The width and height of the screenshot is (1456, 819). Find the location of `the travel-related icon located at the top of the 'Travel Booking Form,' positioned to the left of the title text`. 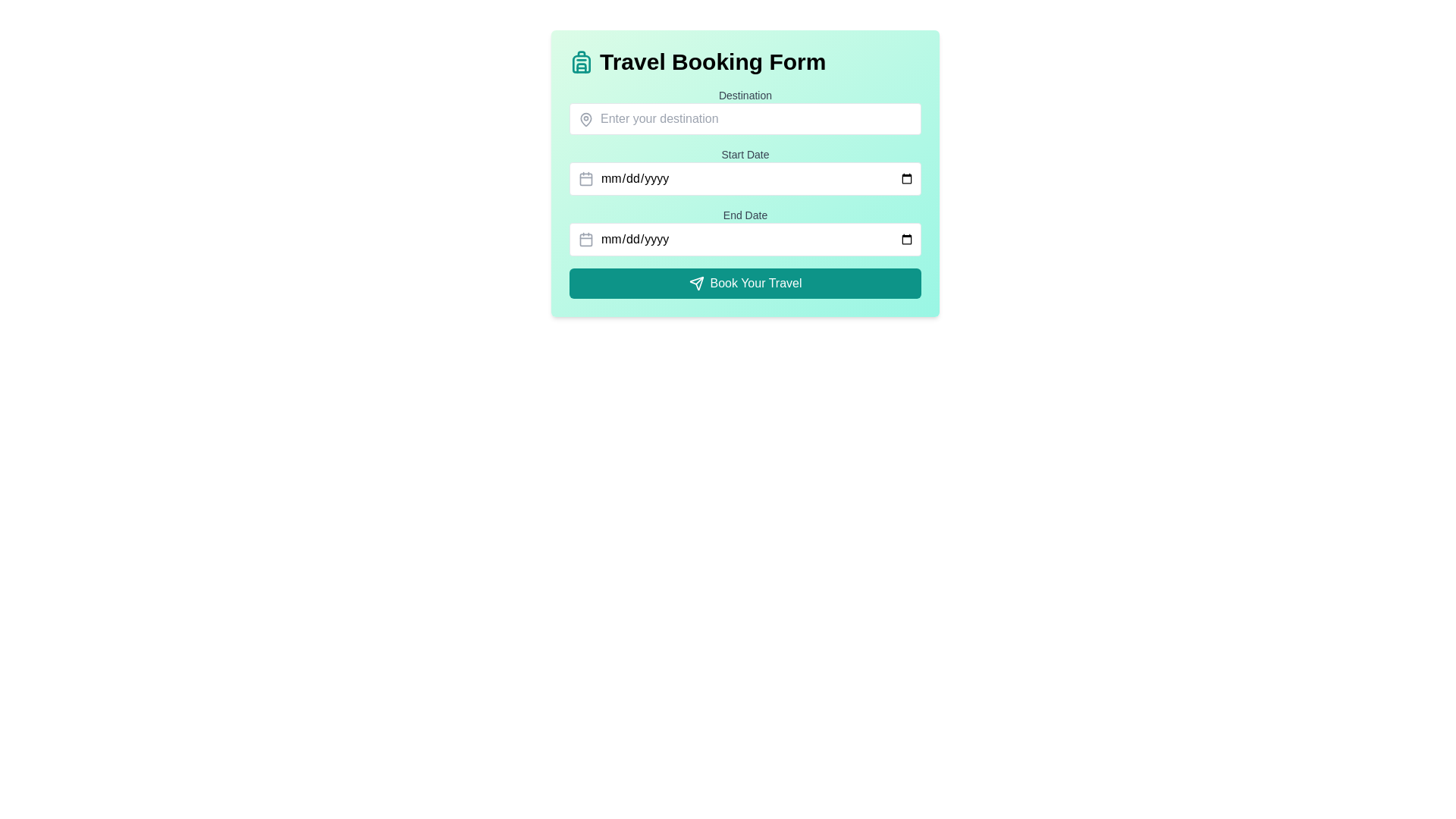

the travel-related icon located at the top of the 'Travel Booking Form,' positioned to the left of the title text is located at coordinates (581, 63).